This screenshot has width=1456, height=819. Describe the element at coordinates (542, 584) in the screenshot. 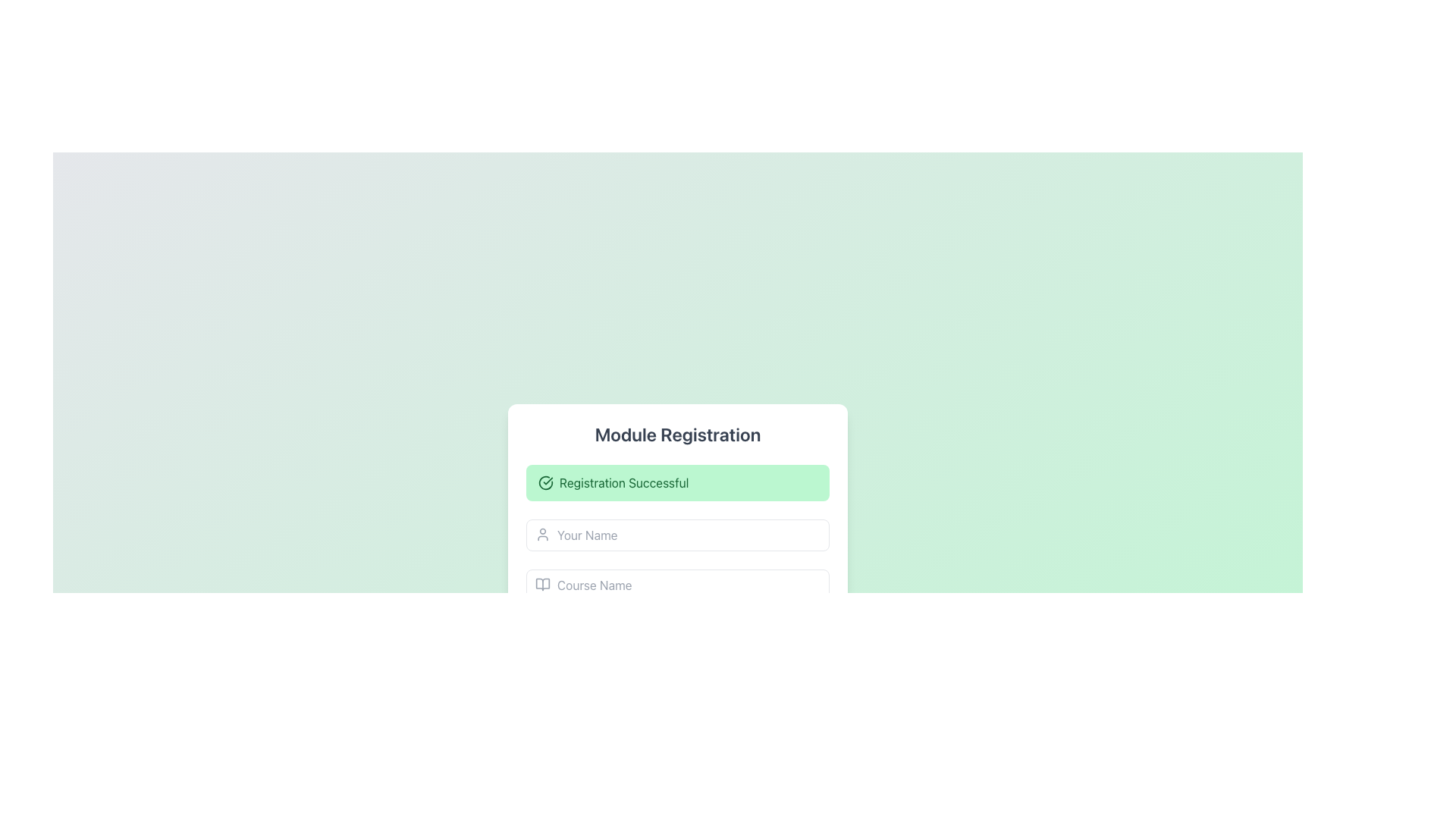

I see `the icon indicating the 'Course Name' text field, which is positioned at the leftmost side of the field` at that location.